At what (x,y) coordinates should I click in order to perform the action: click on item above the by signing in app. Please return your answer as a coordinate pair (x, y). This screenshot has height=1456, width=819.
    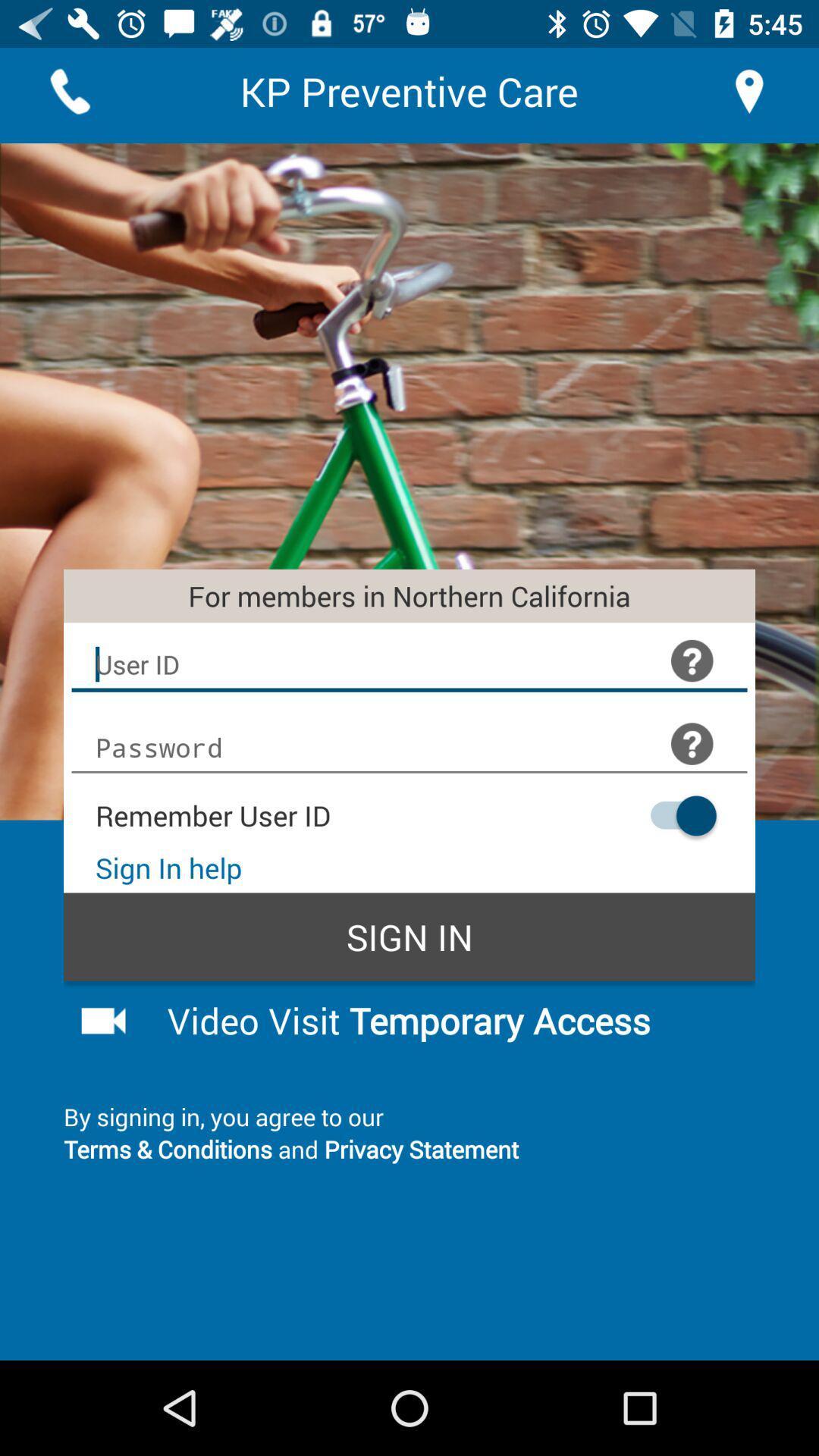
    Looking at the image, I should click on (448, 1020).